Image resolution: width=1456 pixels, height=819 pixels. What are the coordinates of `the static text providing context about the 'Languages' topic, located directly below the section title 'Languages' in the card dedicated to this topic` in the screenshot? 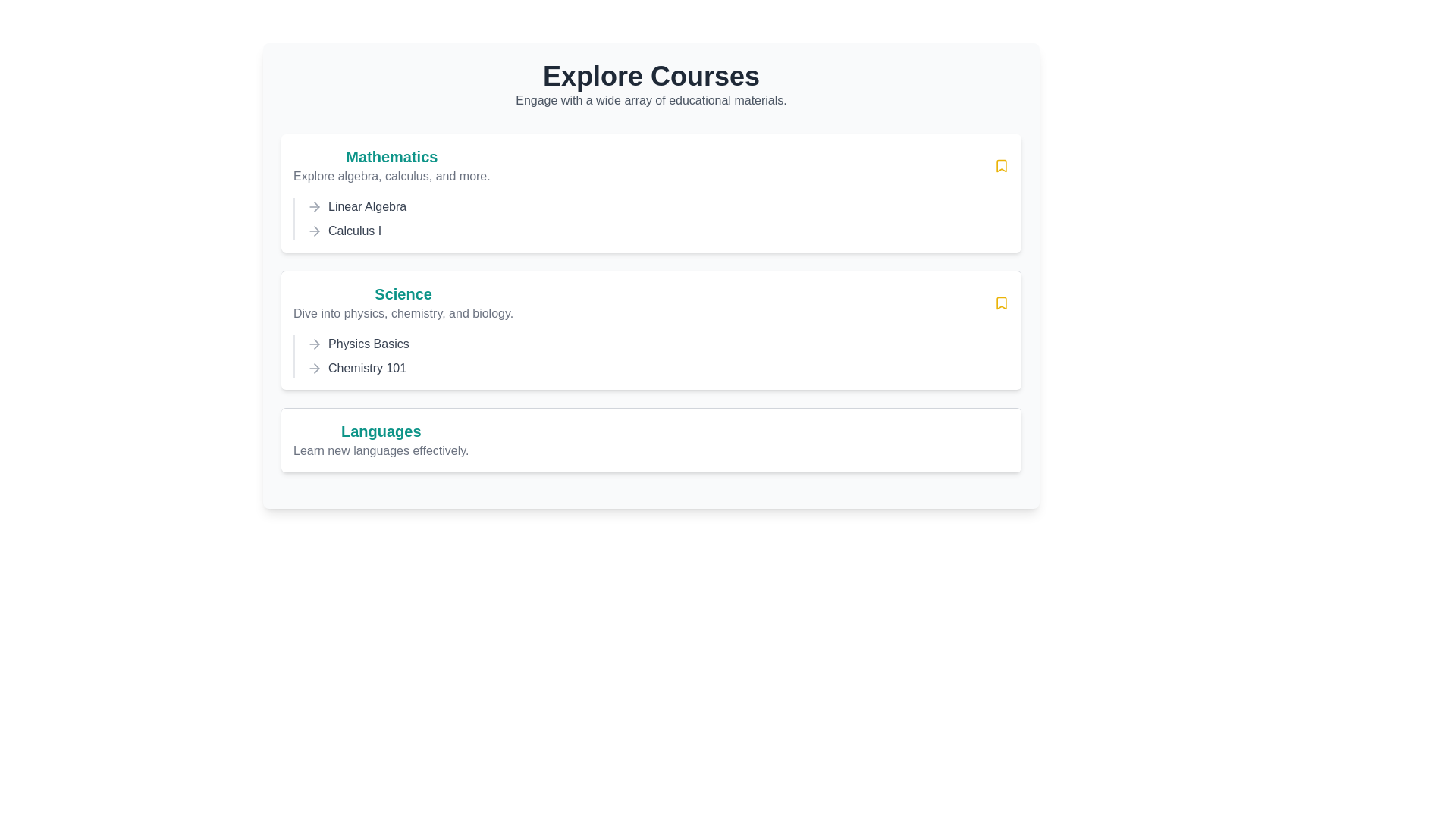 It's located at (381, 450).